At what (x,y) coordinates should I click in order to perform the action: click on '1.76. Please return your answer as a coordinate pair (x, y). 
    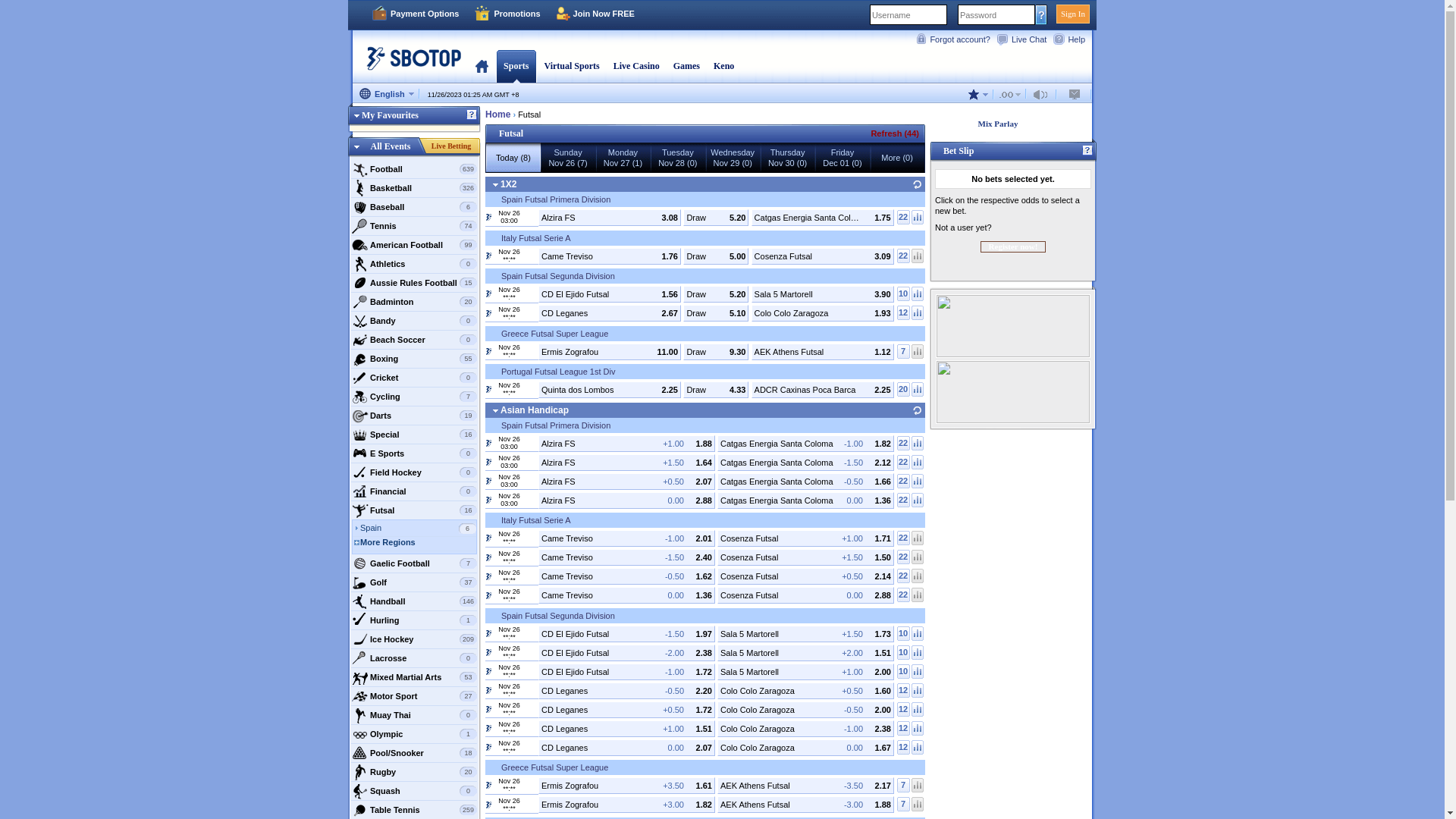
    Looking at the image, I should click on (610, 254).